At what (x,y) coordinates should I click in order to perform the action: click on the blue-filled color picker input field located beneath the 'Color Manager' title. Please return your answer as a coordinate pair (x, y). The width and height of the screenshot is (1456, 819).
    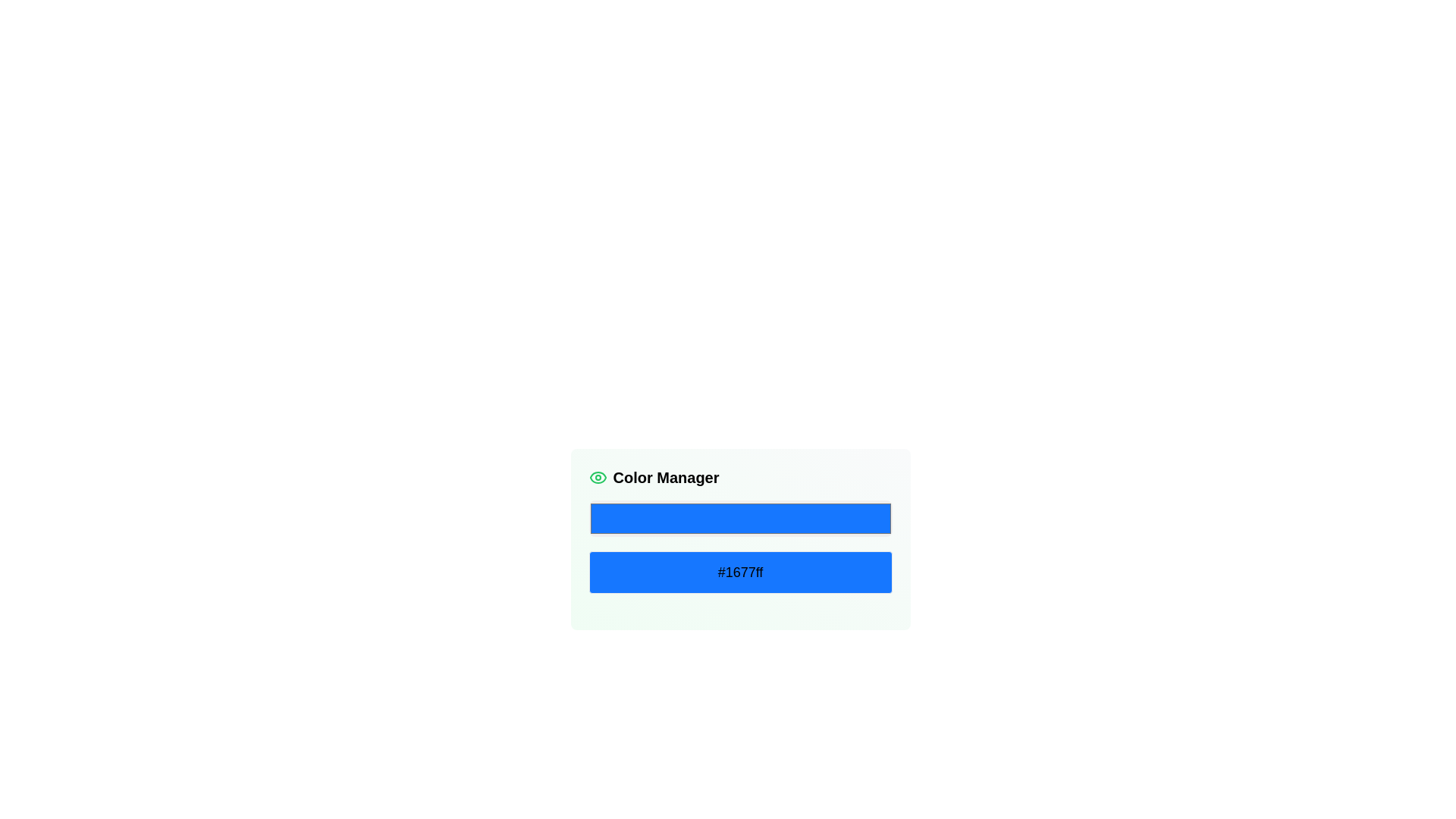
    Looking at the image, I should click on (740, 517).